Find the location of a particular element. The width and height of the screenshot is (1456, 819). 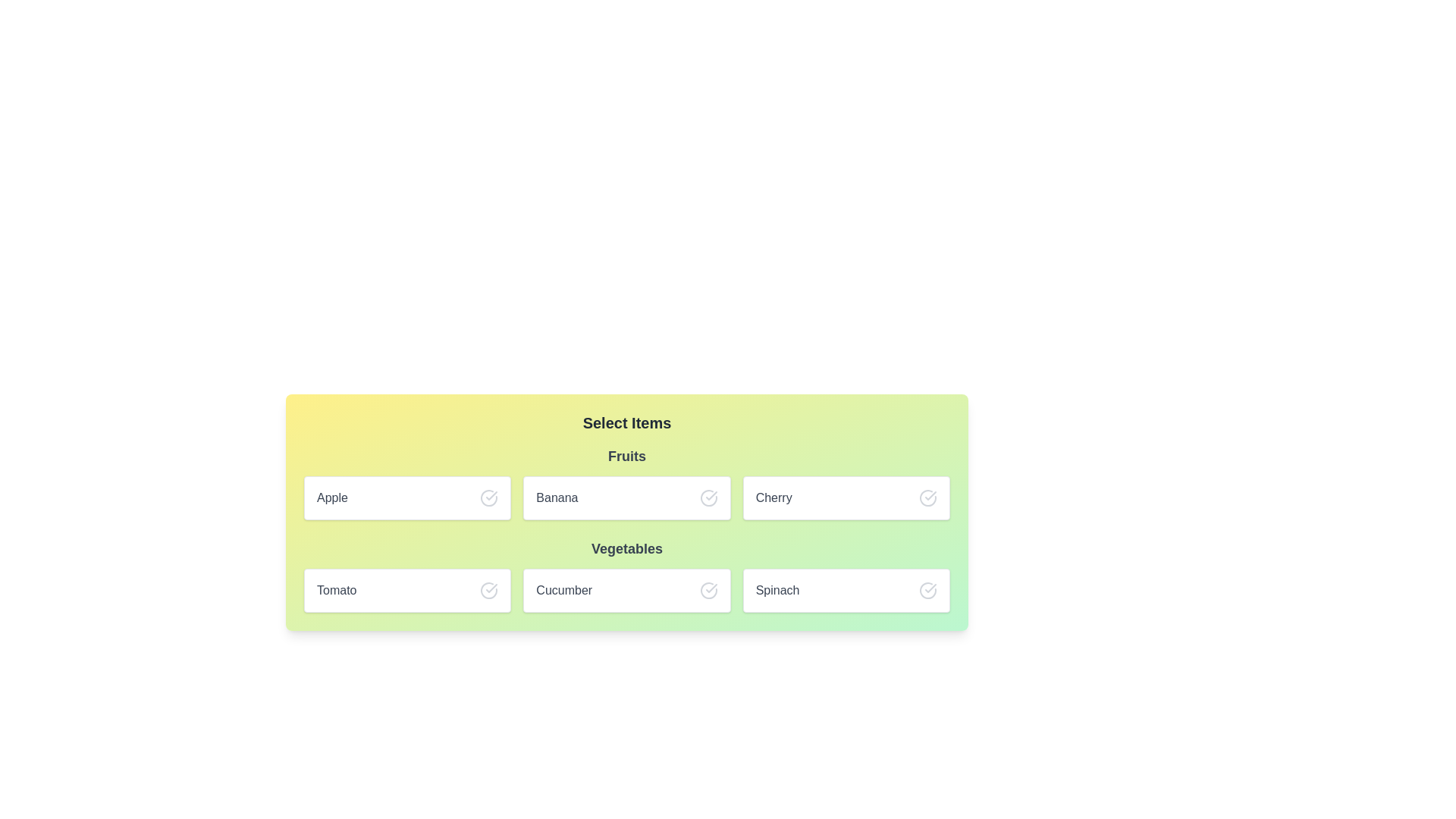

the selection confirmation icon next to the 'Tomato' label is located at coordinates (489, 590).